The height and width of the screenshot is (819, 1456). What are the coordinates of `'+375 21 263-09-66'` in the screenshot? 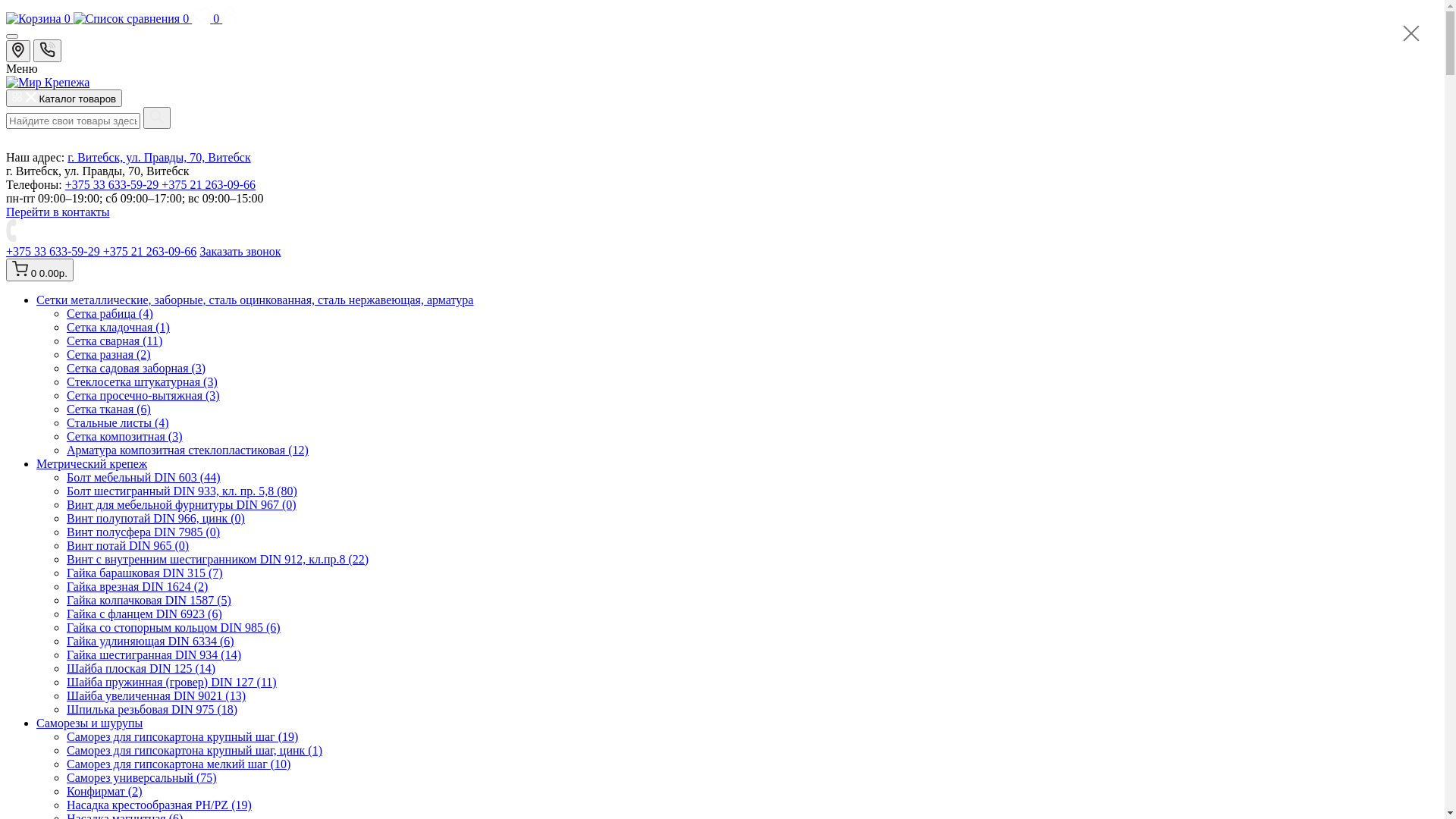 It's located at (207, 184).